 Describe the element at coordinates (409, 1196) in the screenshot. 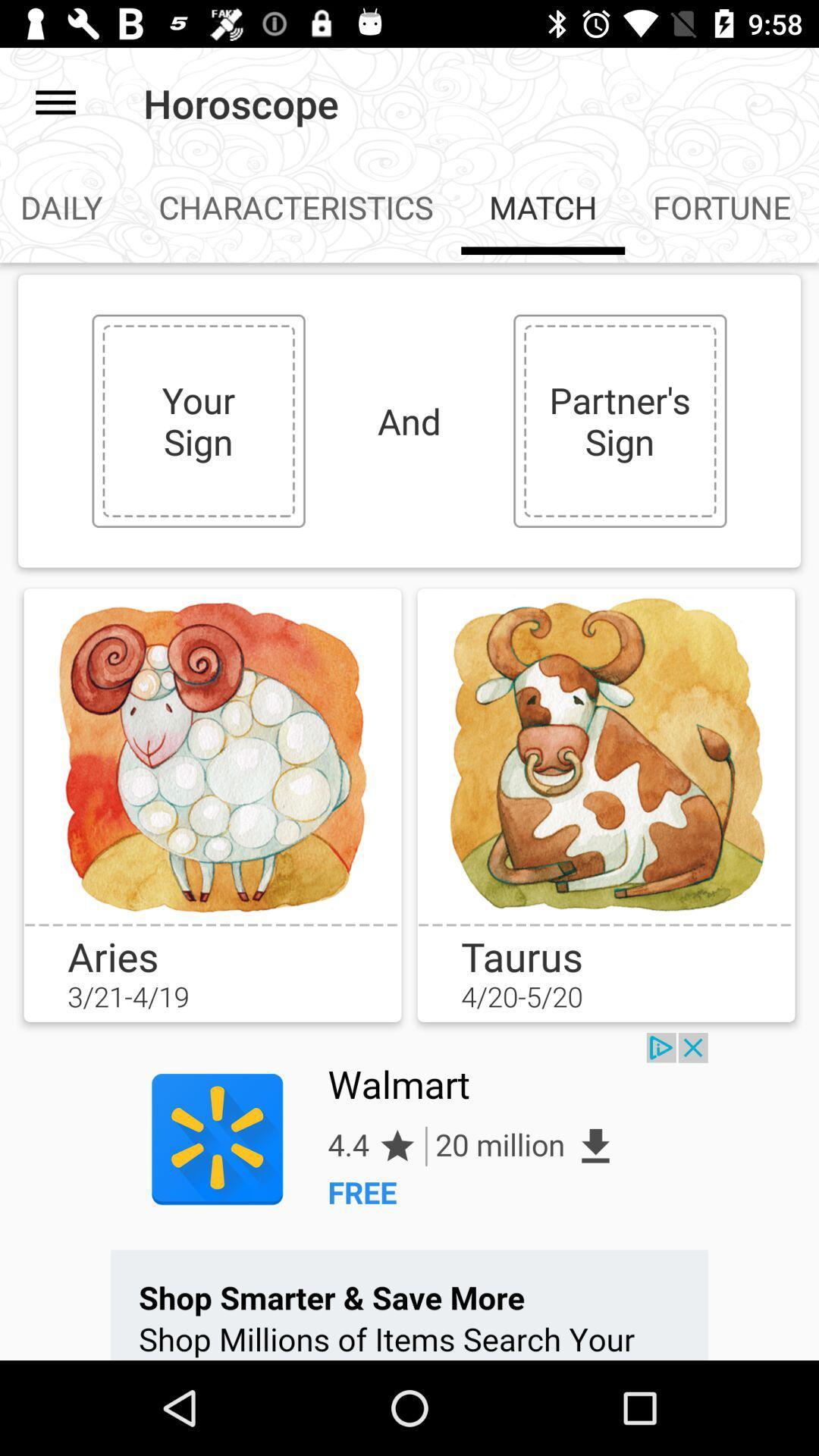

I see `the add` at that location.